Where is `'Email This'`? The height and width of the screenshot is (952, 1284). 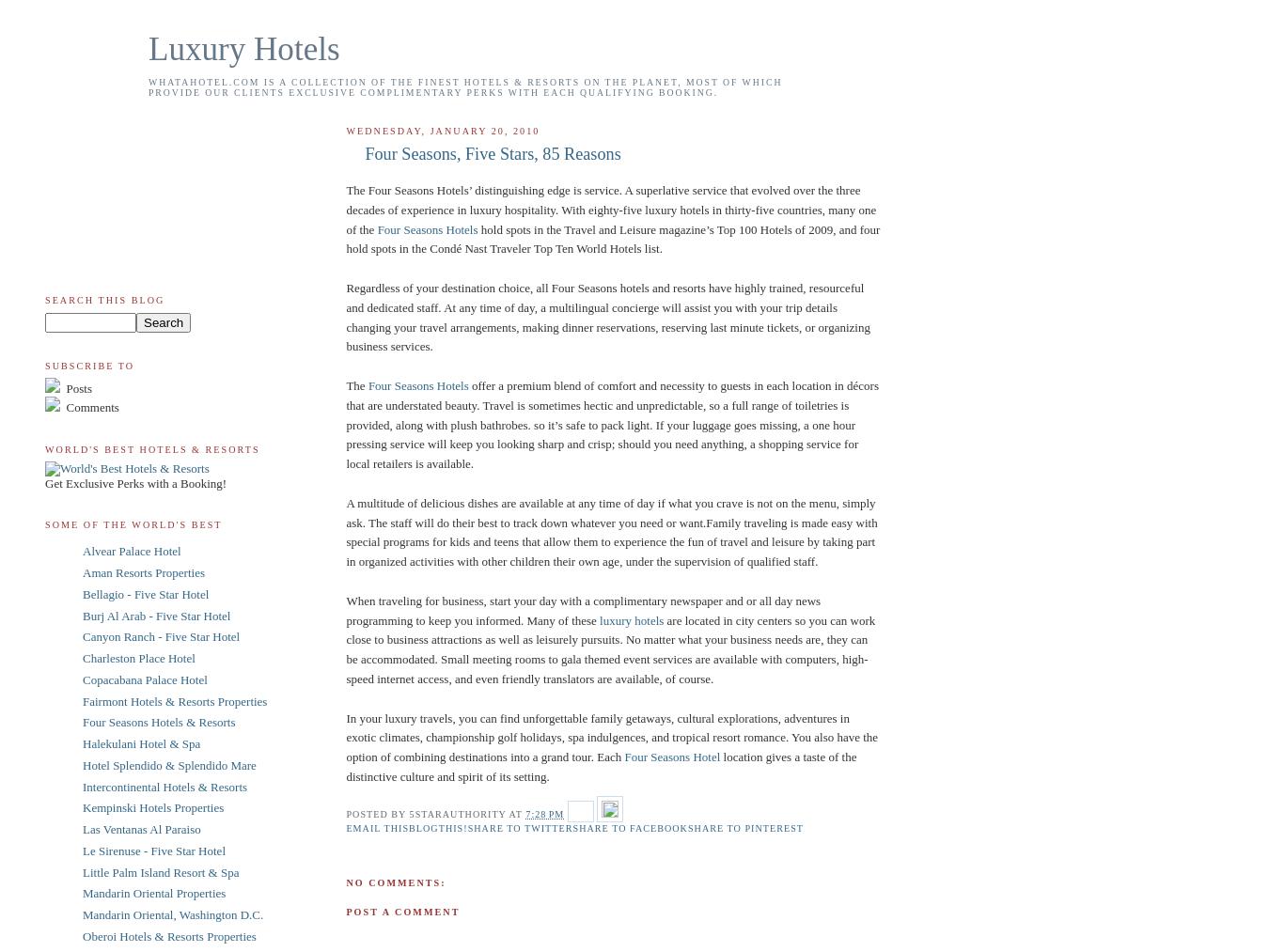
'Email This' is located at coordinates (376, 827).